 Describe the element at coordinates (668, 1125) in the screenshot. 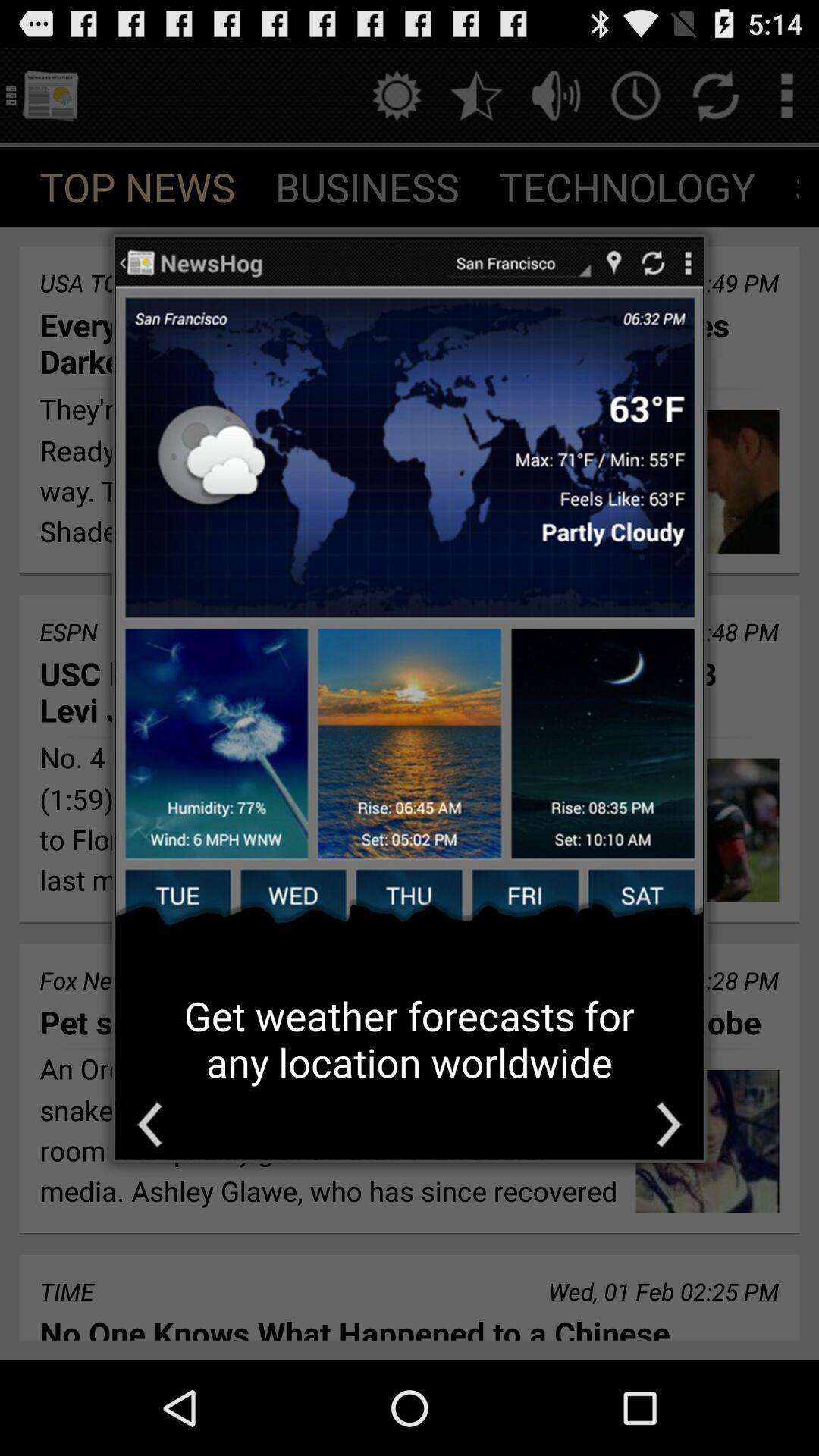

I see `go next option` at that location.